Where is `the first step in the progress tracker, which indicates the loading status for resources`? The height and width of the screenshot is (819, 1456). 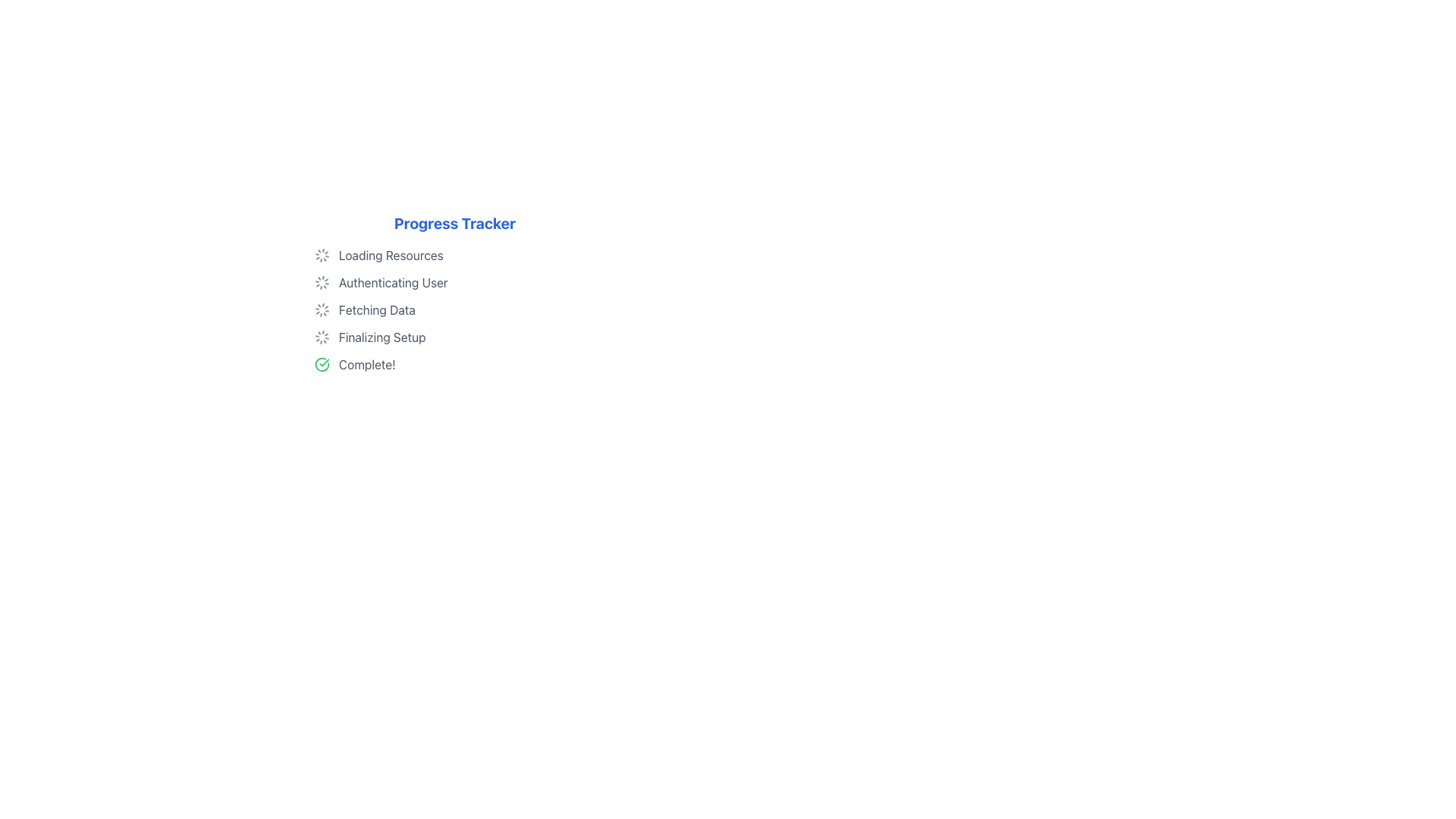
the first step in the progress tracker, which indicates the loading status for resources is located at coordinates (454, 254).